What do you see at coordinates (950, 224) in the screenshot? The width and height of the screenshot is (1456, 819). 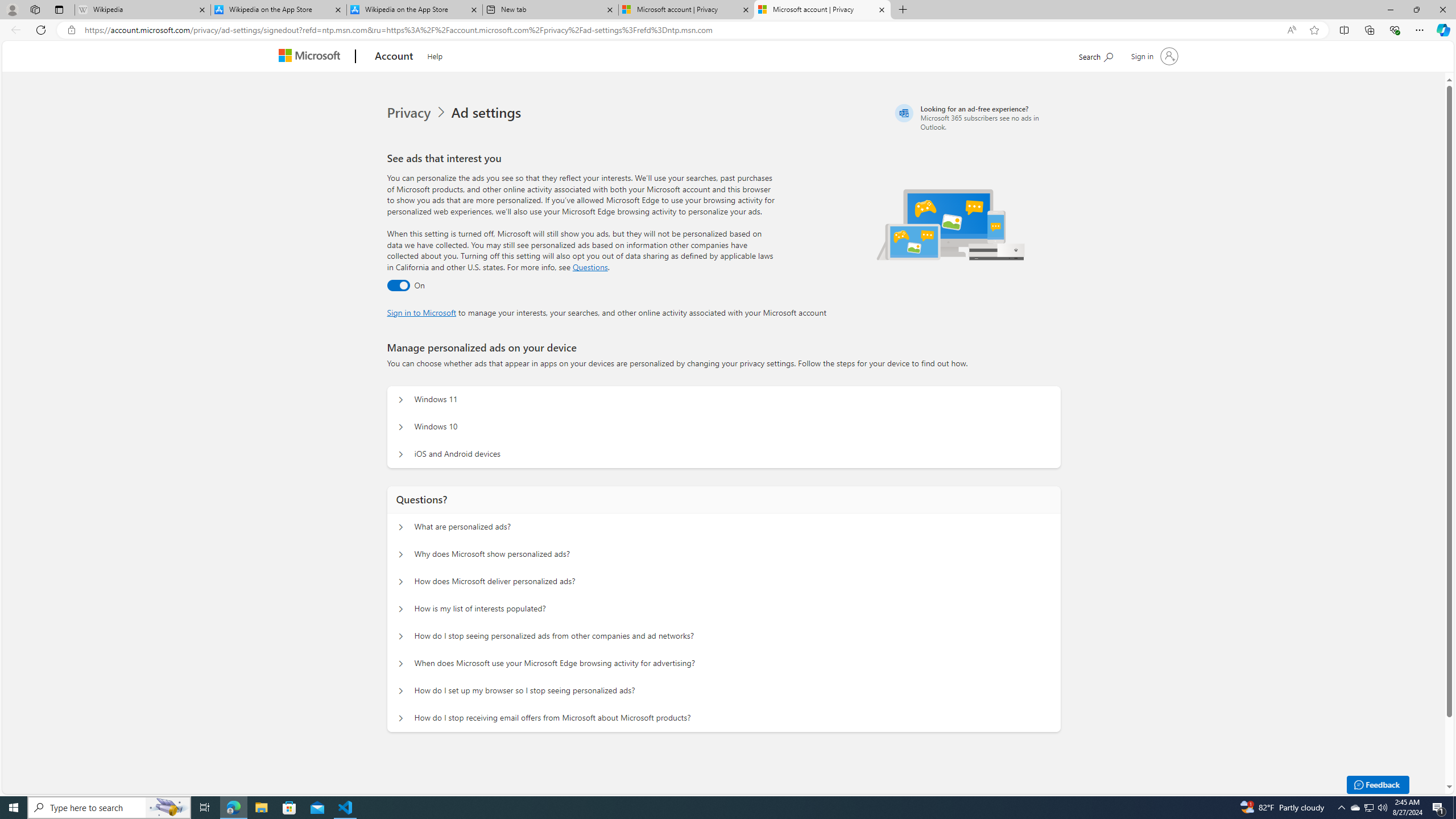 I see `'Illustration of multiple devices'` at bounding box center [950, 224].